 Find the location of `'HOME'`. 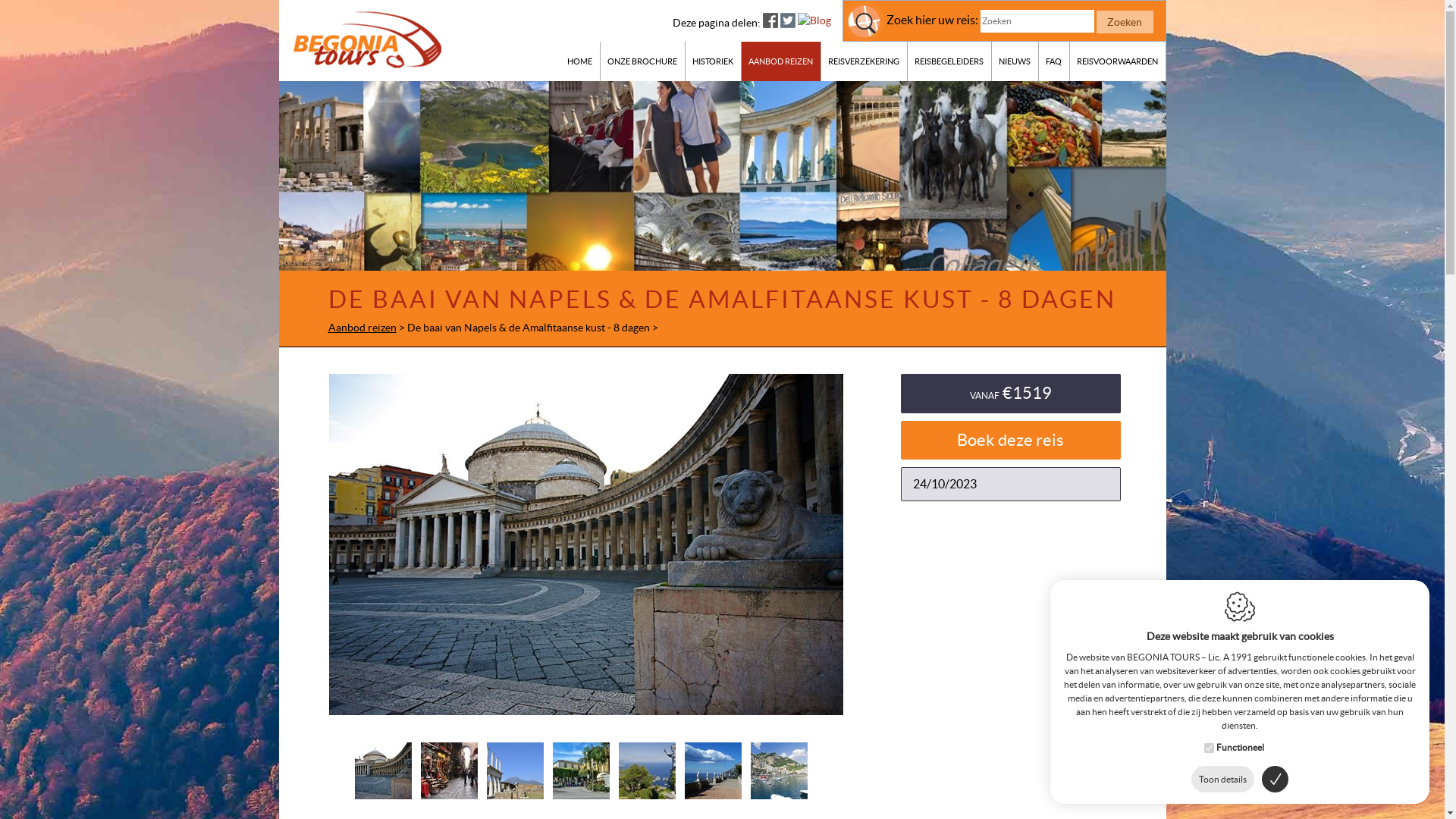

'HOME' is located at coordinates (579, 61).